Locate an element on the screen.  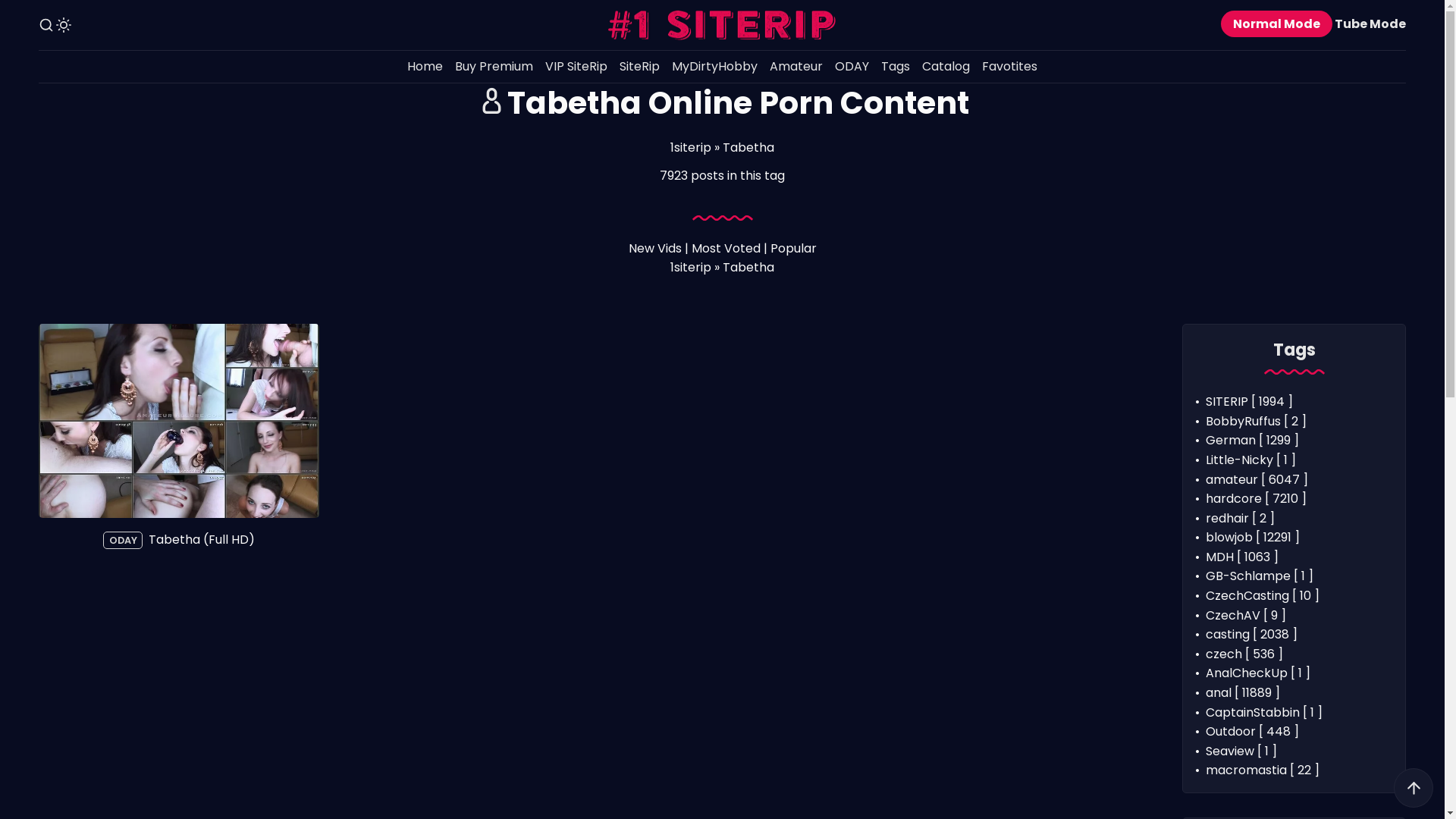
'Normal Mode' is located at coordinates (1276, 24).